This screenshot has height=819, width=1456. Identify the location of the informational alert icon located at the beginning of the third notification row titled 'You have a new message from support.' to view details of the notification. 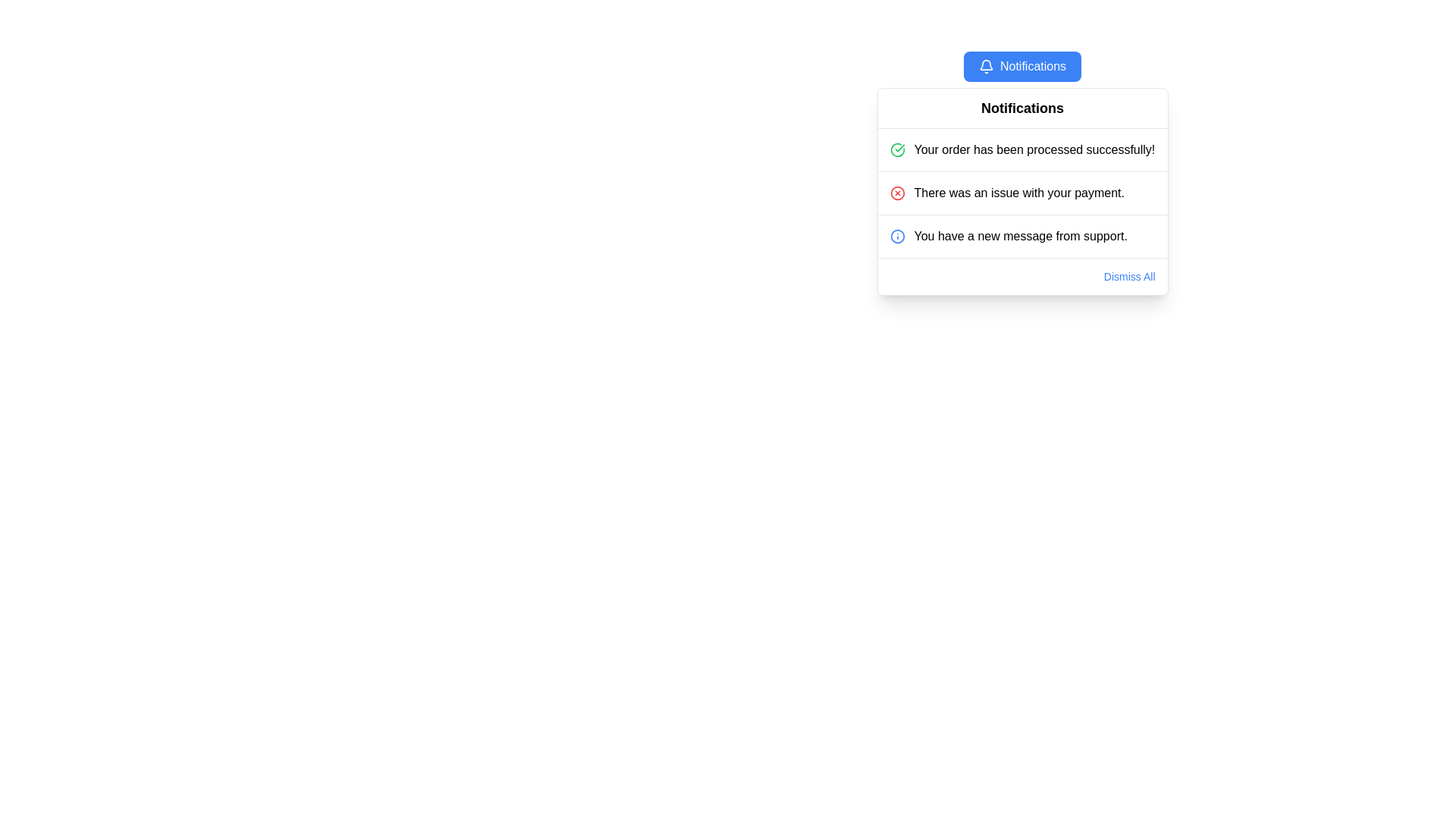
(897, 237).